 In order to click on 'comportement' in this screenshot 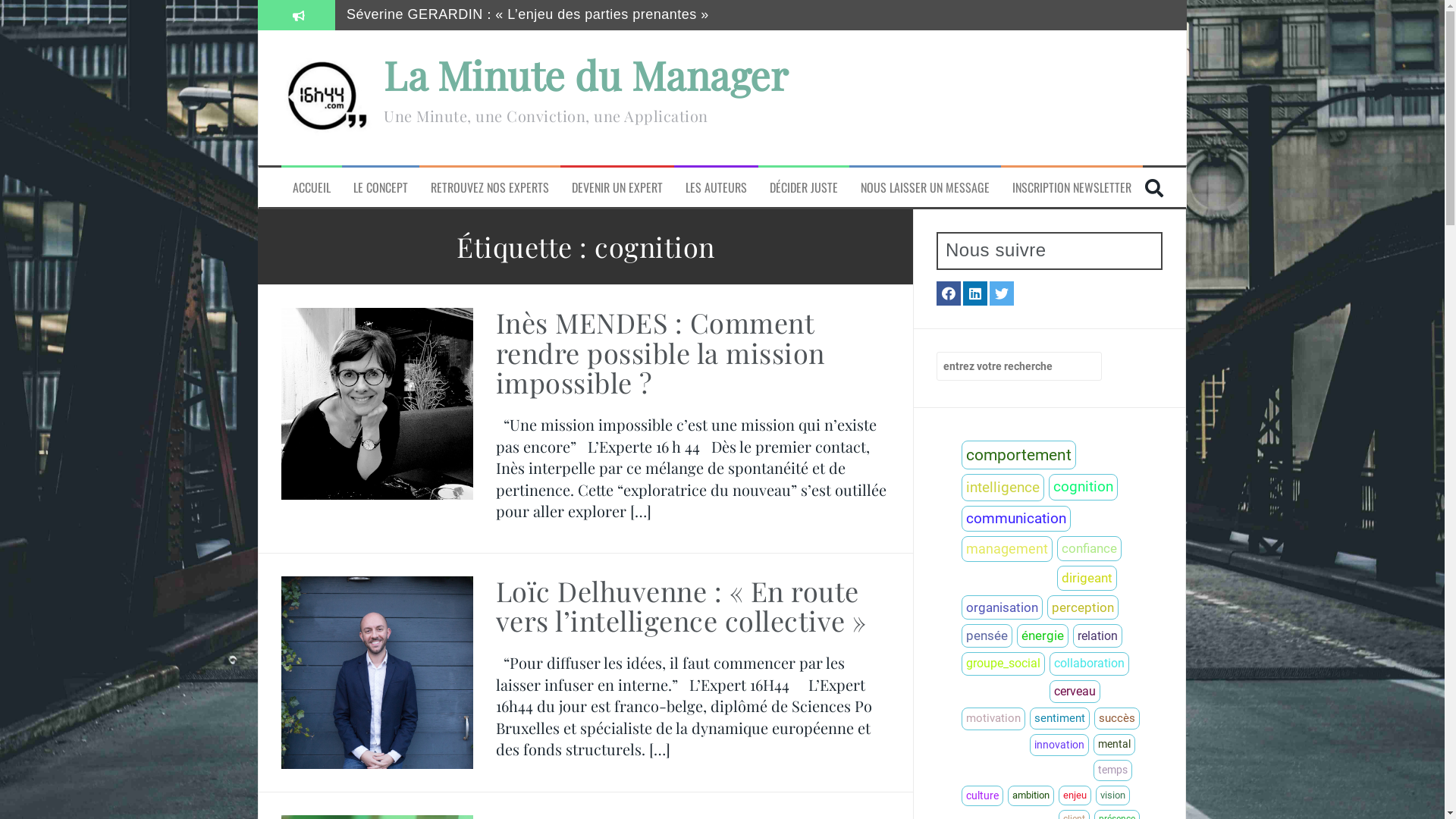, I will do `click(1018, 454)`.